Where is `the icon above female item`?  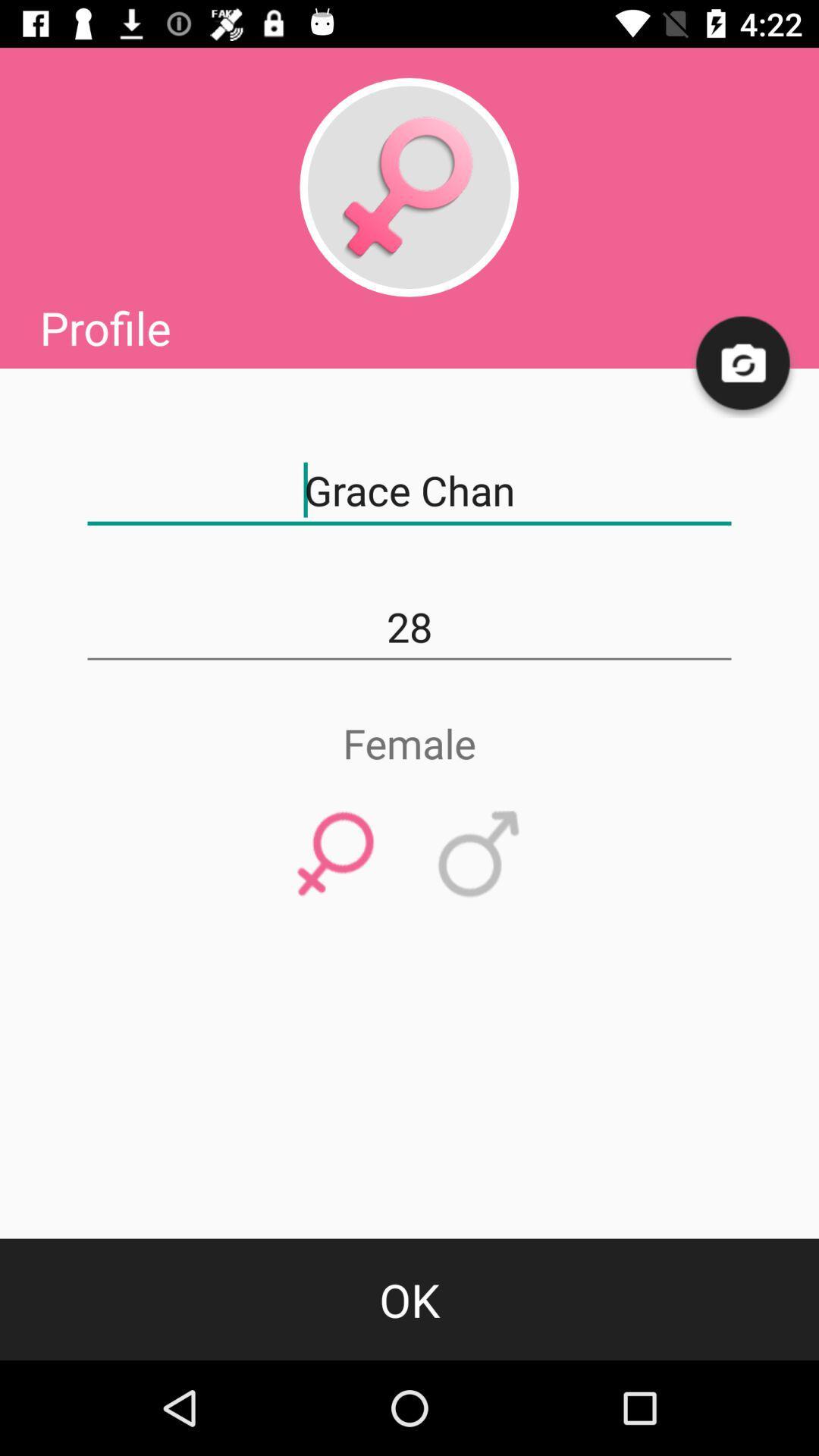 the icon above female item is located at coordinates (409, 627).